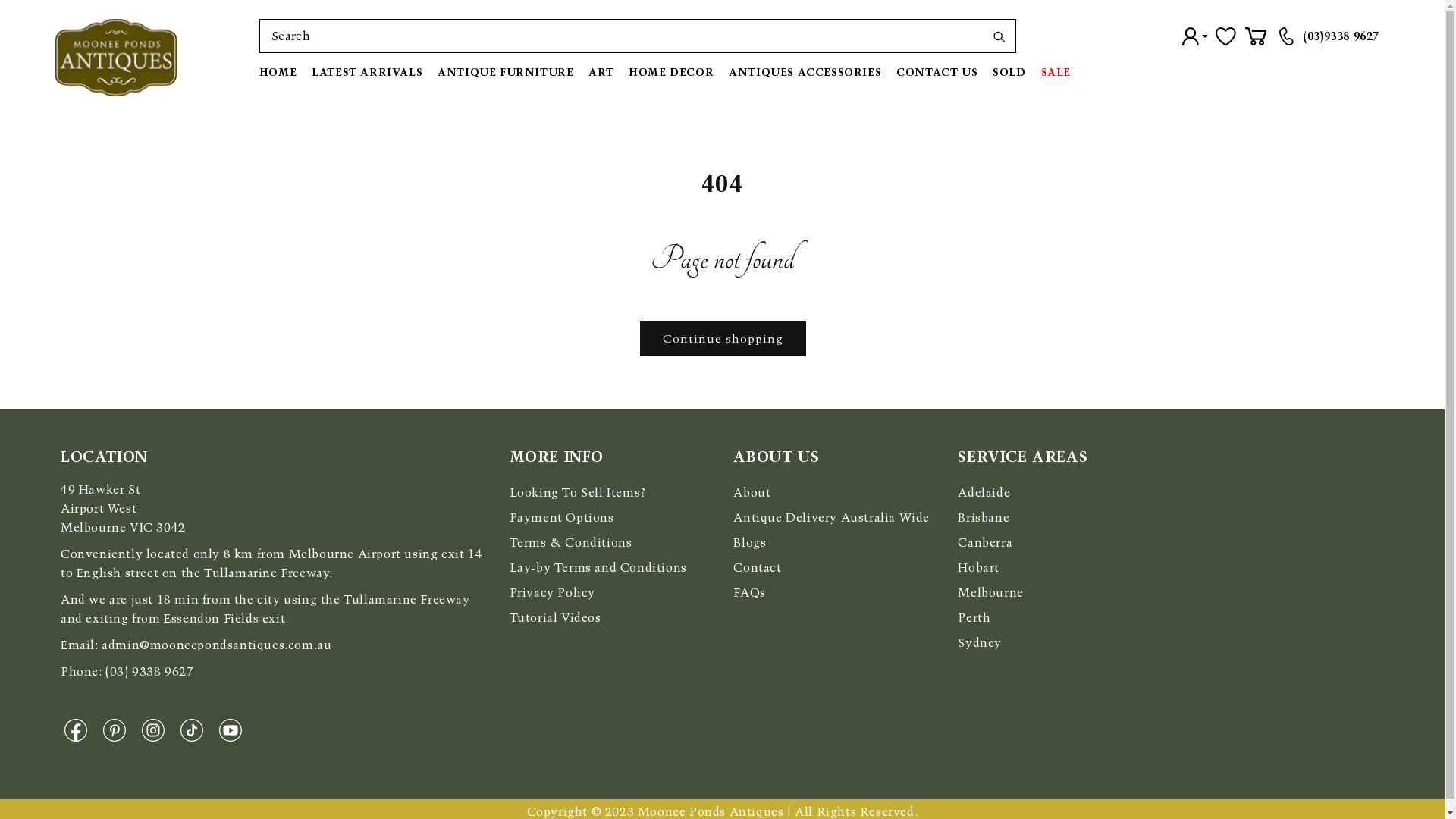 This screenshot has width=1456, height=819. Describe the element at coordinates (804, 72) in the screenshot. I see `'ANTIQUES ACCESSORIES'` at that location.